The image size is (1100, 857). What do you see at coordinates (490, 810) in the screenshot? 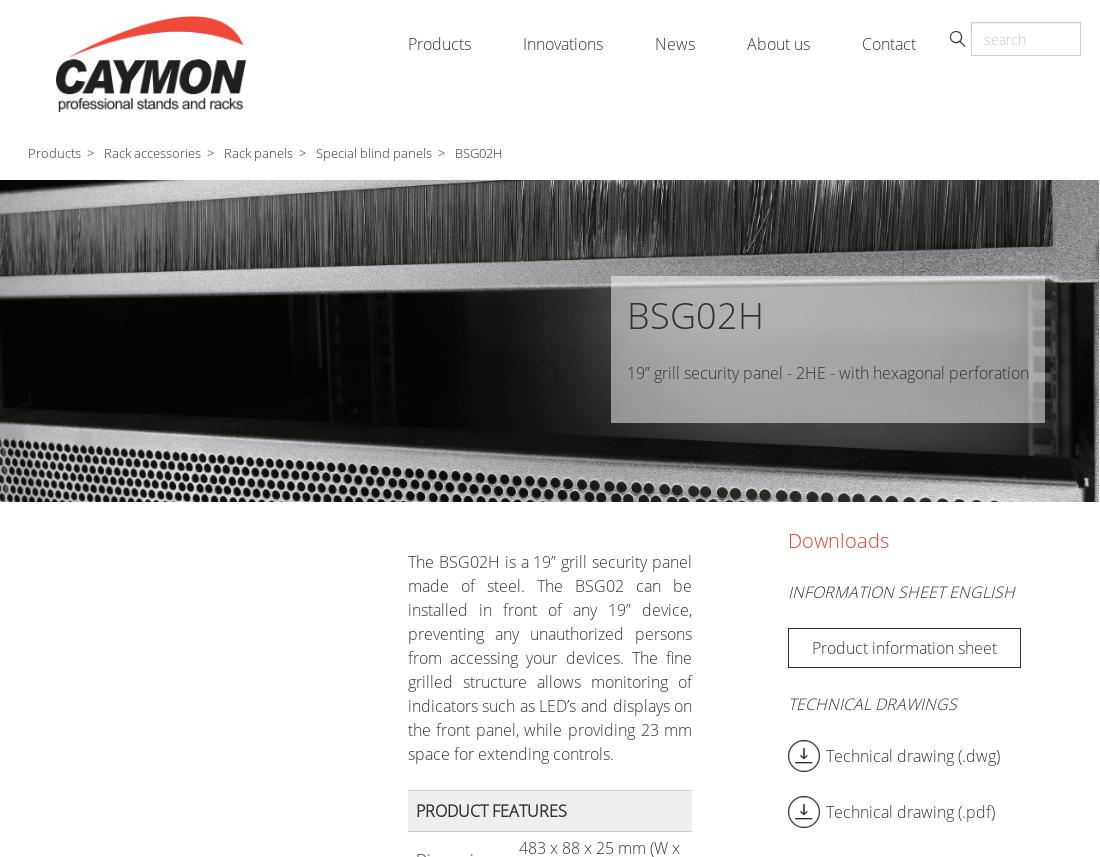
I see `'Product features'` at bounding box center [490, 810].